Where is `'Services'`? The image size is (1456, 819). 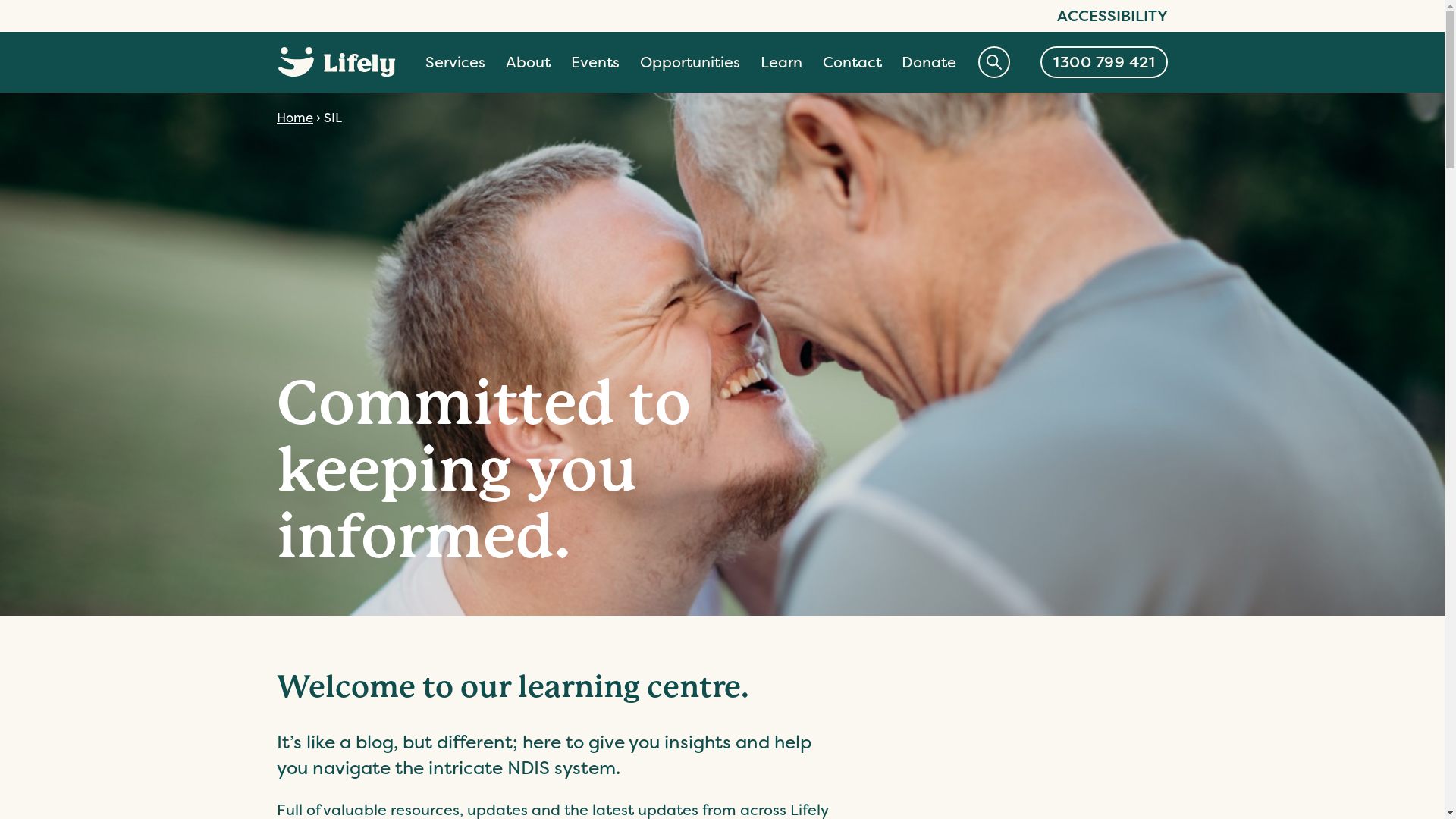 'Services' is located at coordinates (454, 62).